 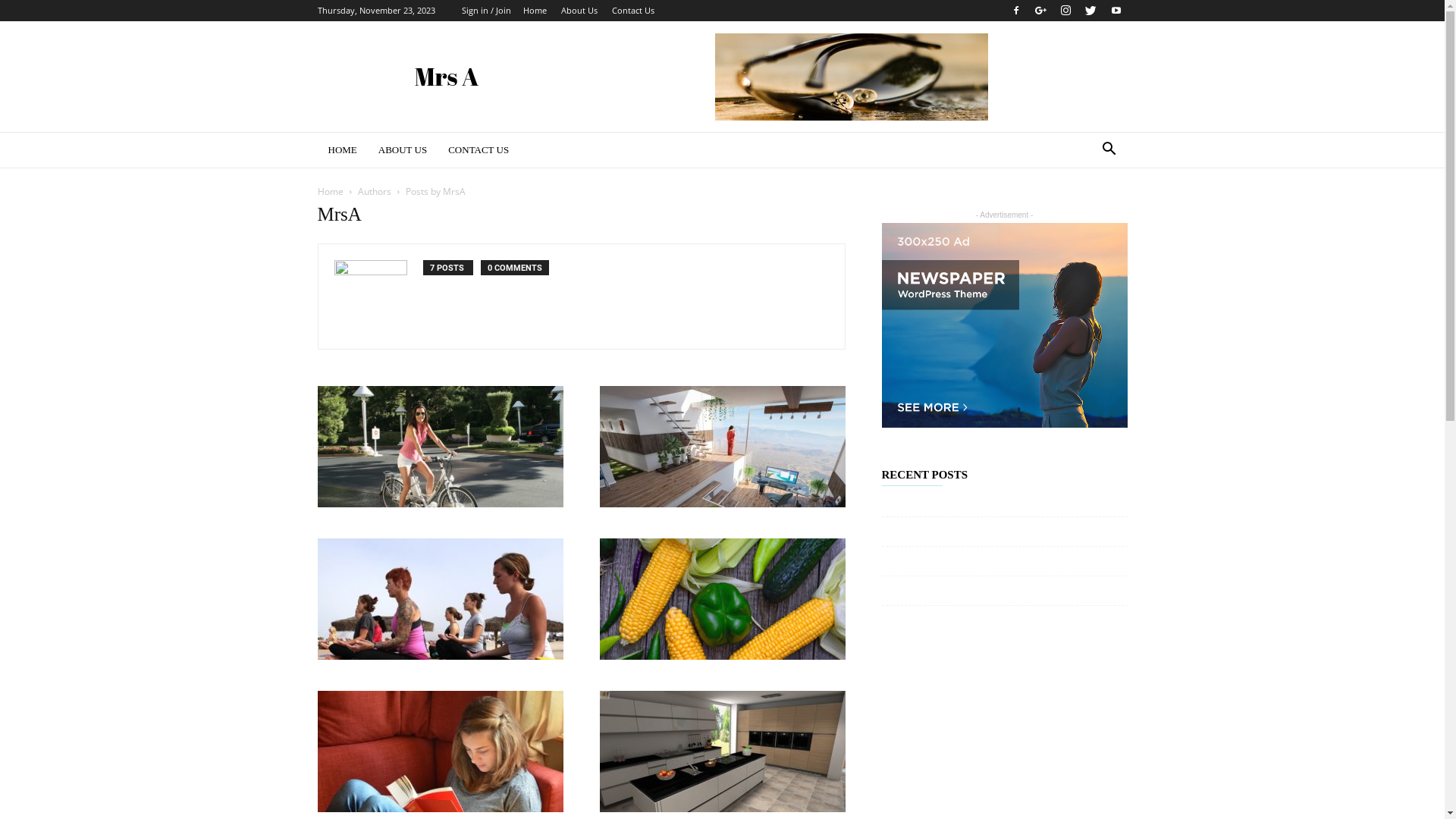 I want to click on 'Sign in / Join', so click(x=485, y=10).